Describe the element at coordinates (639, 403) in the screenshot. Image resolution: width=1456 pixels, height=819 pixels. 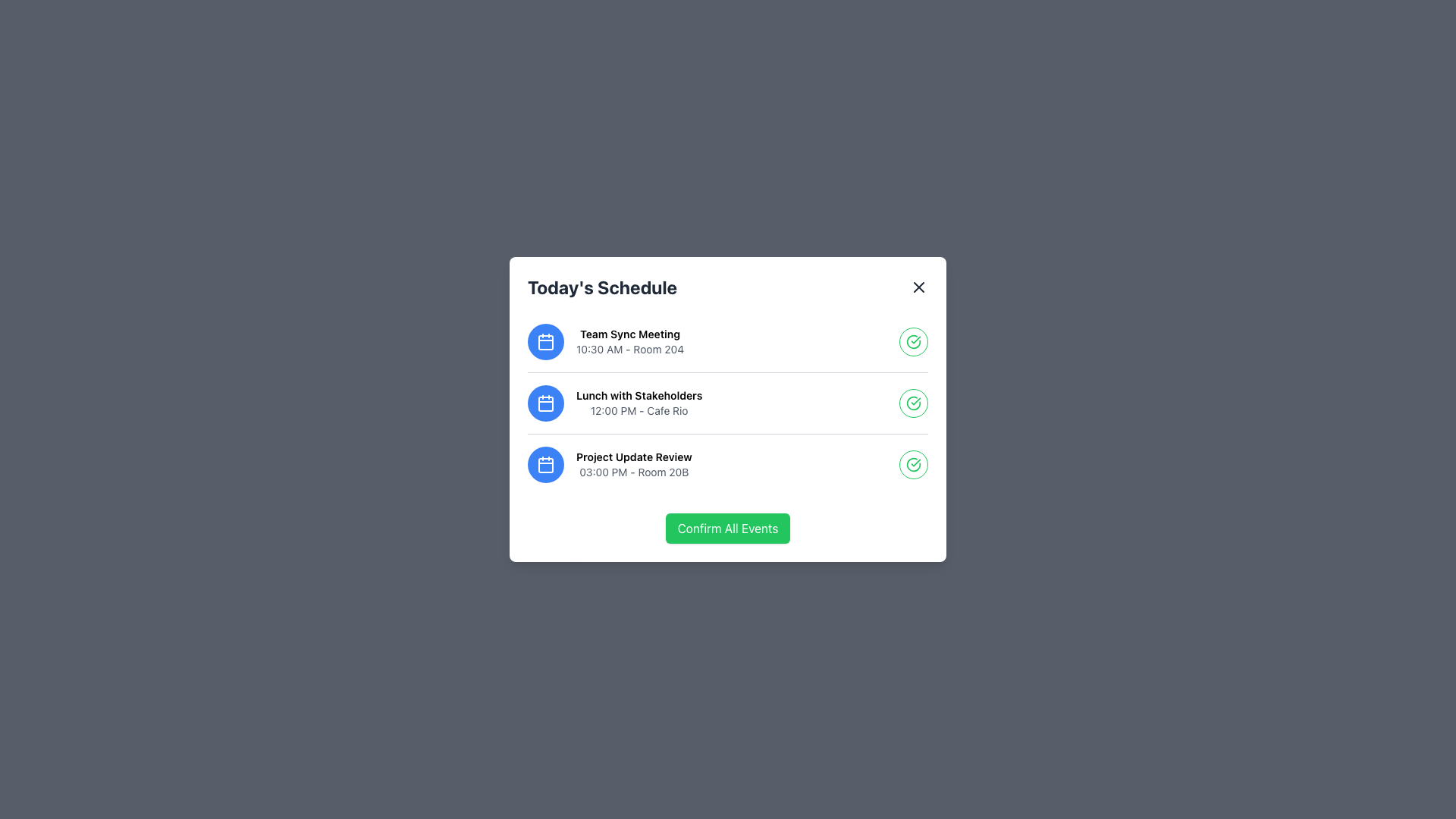
I see `text content of the second event listing in the 'Today's Schedule' card, which includes details about the event such as title, time, and location` at that location.